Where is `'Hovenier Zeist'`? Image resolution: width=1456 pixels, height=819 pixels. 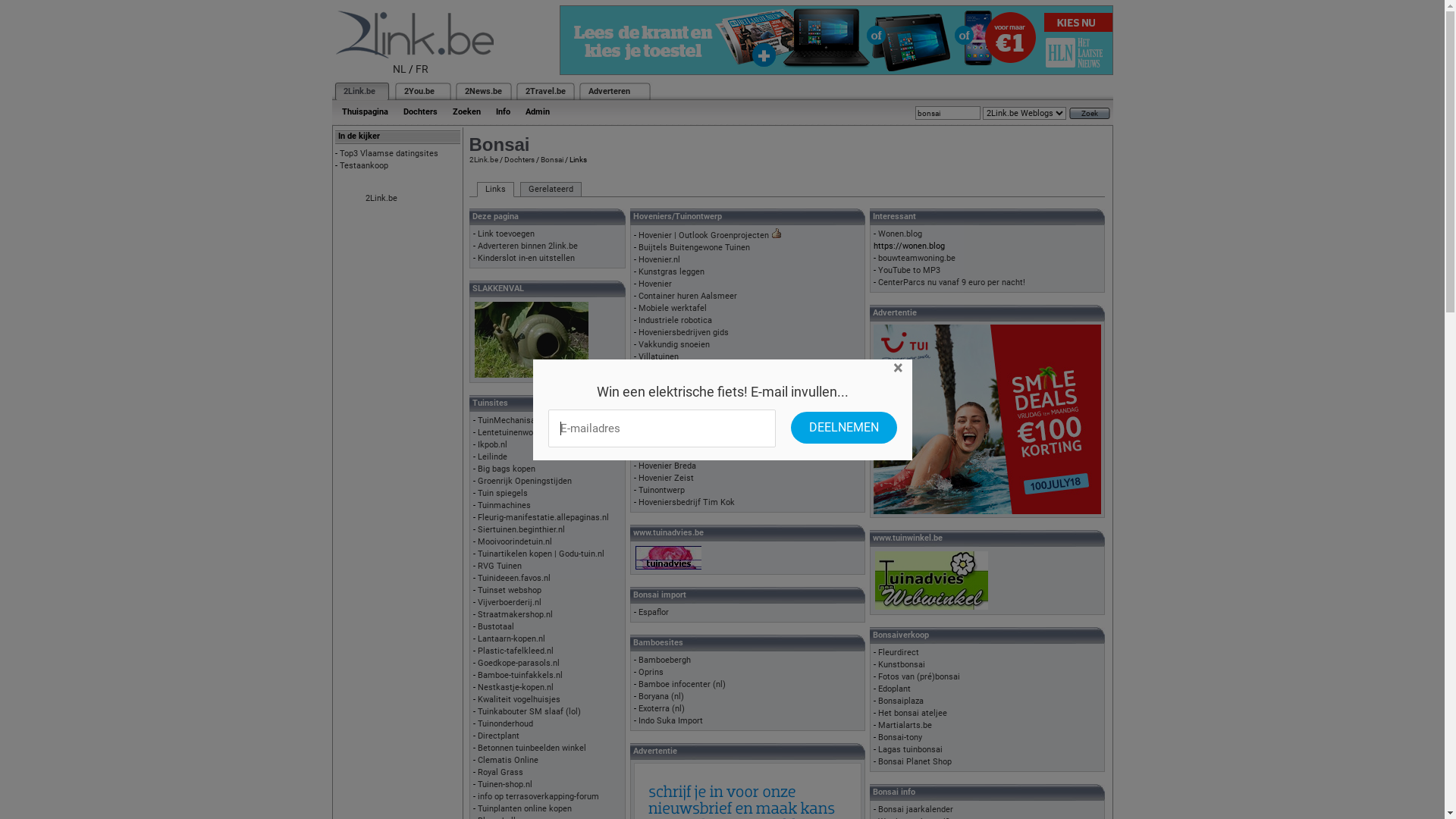 'Hovenier Zeist' is located at coordinates (666, 478).